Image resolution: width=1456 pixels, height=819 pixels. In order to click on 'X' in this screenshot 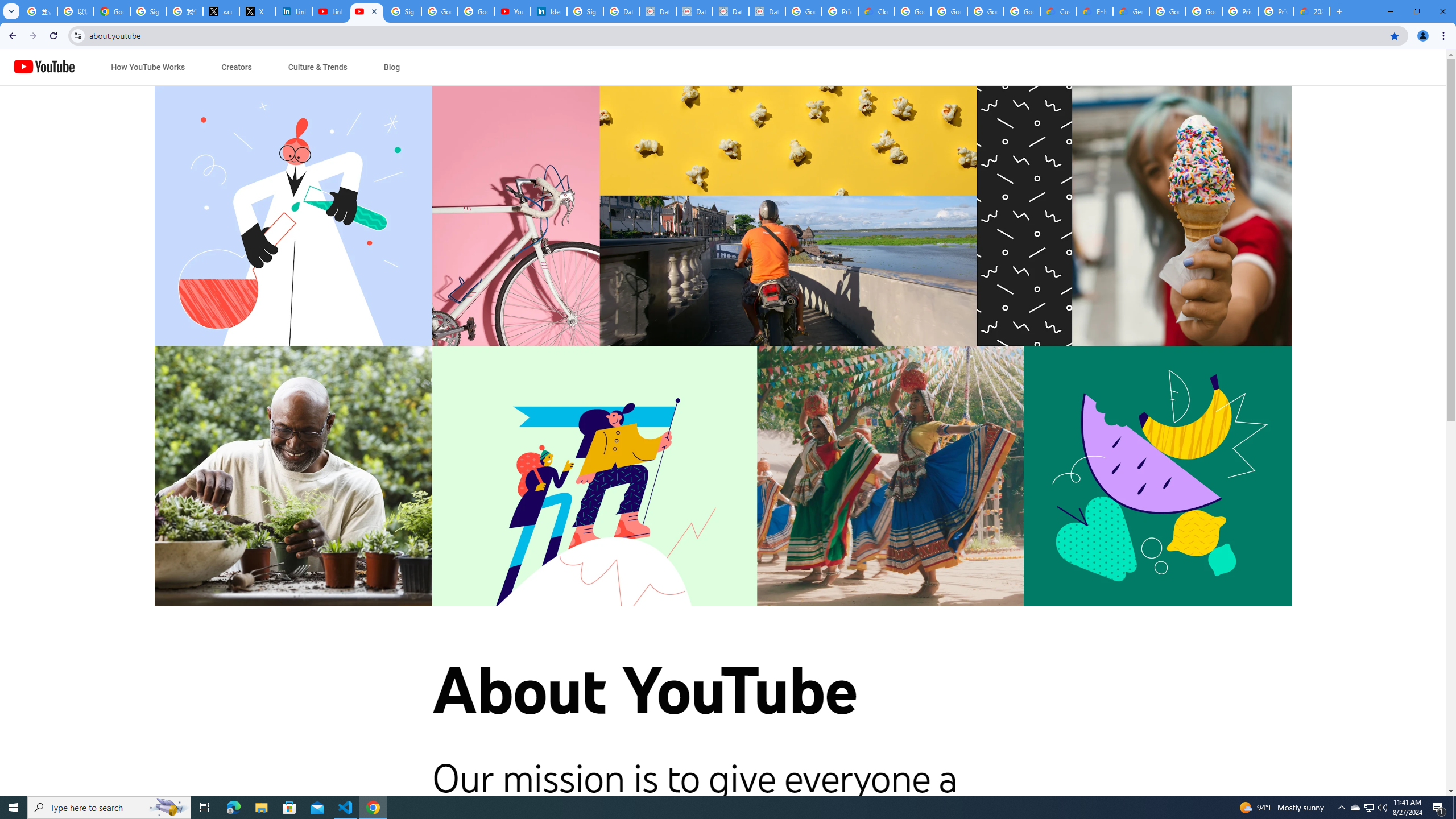, I will do `click(257, 11)`.